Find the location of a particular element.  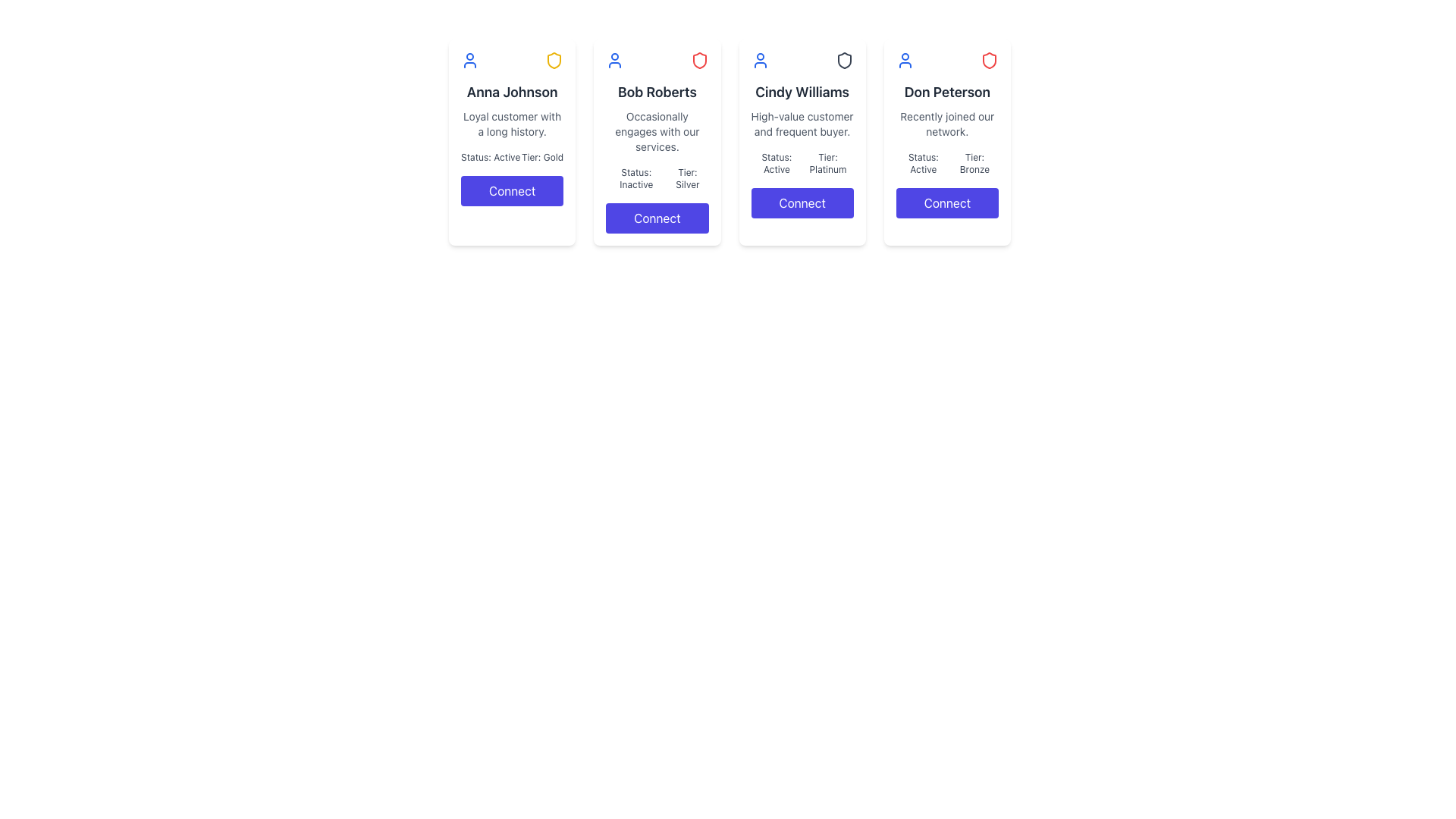

the Static Text Label that displays the name of the individual represented by the profile card, located in the top section of the fourth card from the left in a horizontal list of profile cards is located at coordinates (946, 93).